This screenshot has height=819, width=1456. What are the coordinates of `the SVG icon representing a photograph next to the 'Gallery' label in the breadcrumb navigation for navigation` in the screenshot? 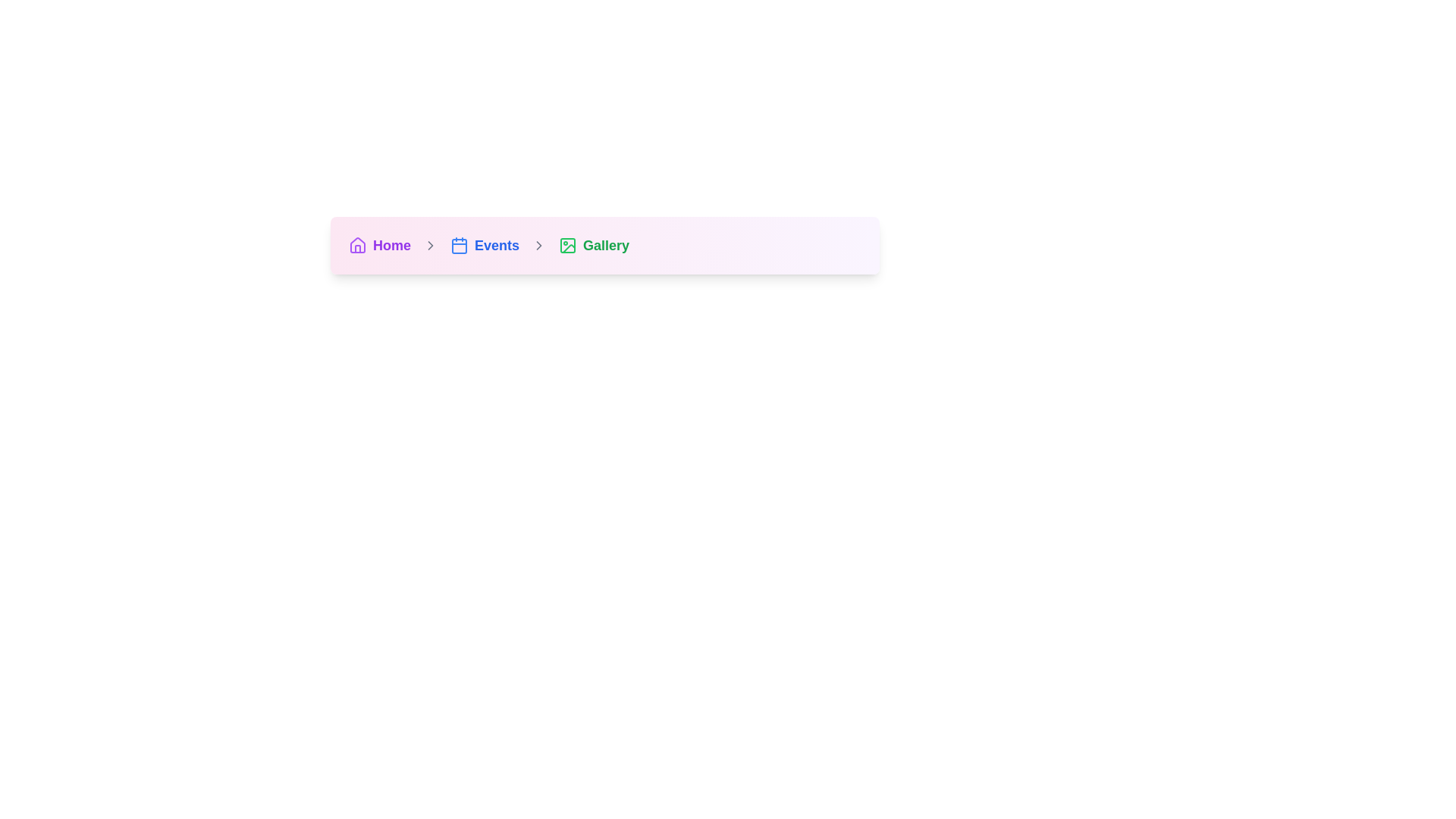 It's located at (568, 248).